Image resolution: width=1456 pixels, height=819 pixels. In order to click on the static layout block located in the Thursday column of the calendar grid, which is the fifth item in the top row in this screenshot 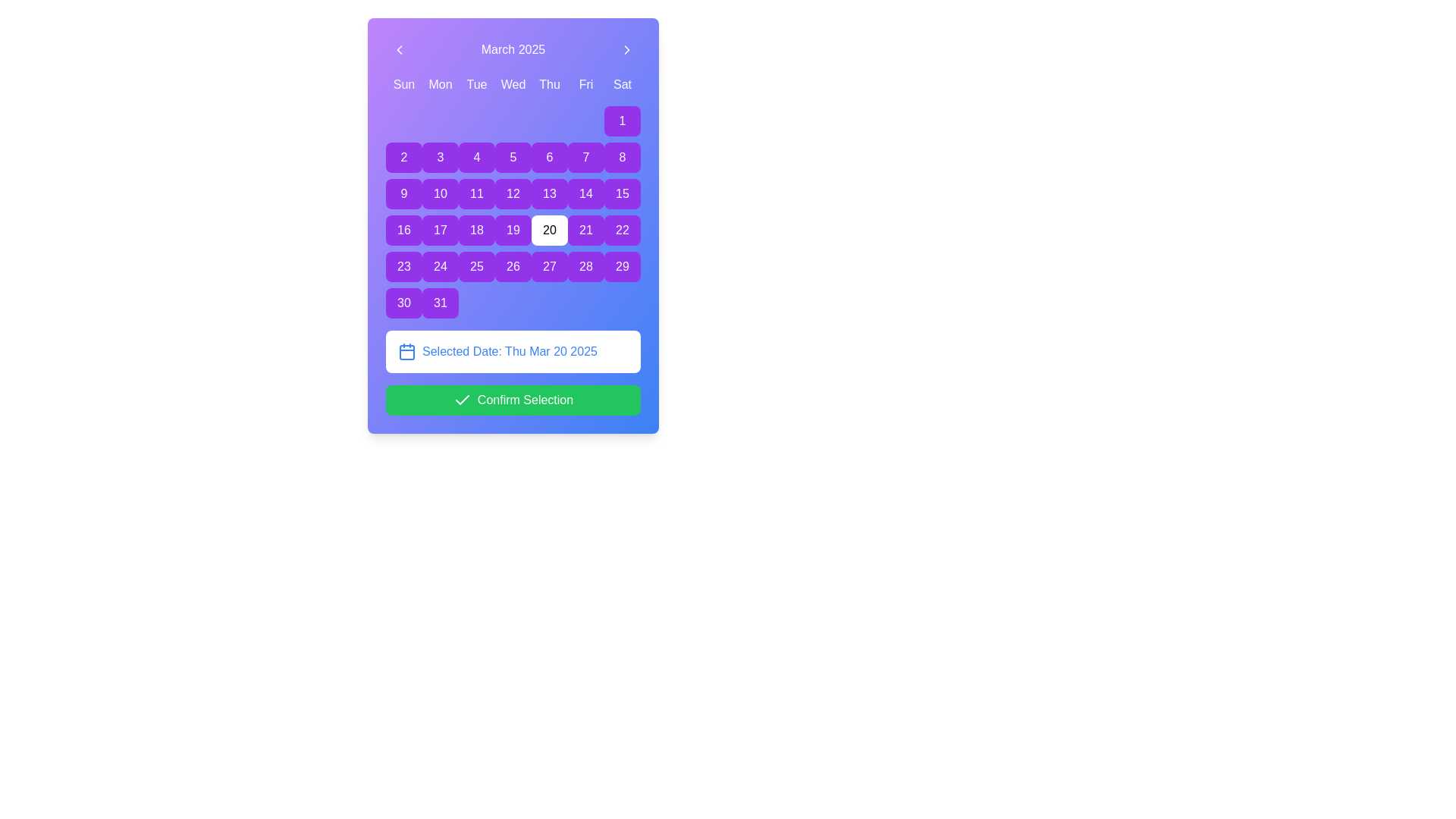, I will do `click(548, 120)`.